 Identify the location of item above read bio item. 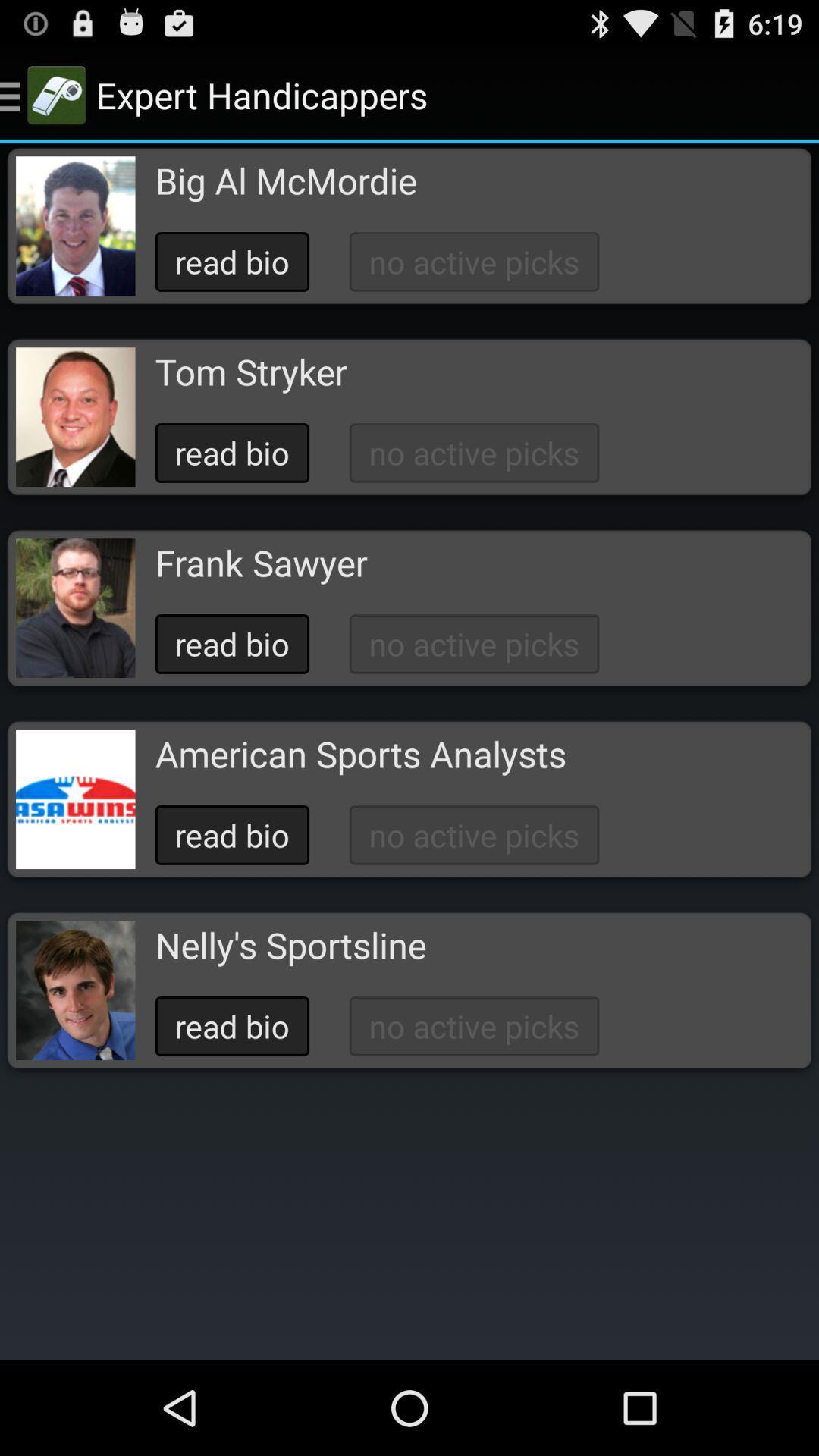
(286, 180).